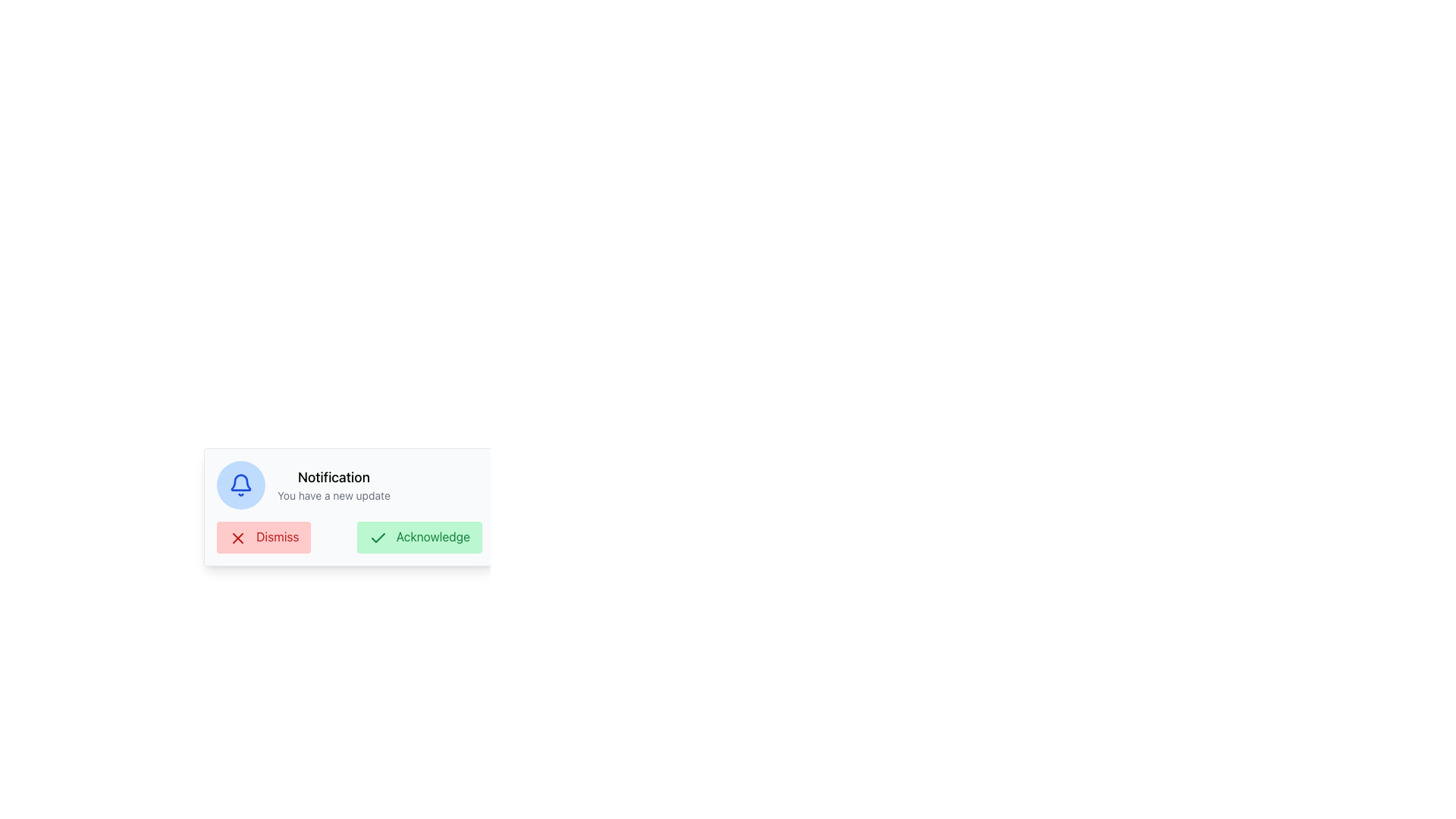  I want to click on the close icon within the 'Dismiss' button, so click(237, 537).